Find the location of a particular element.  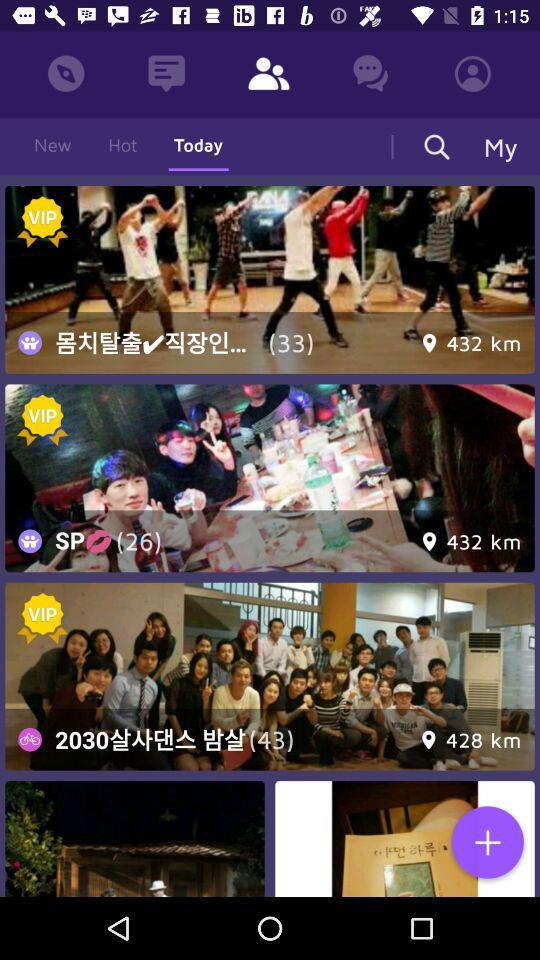

image is located at coordinates (270, 278).